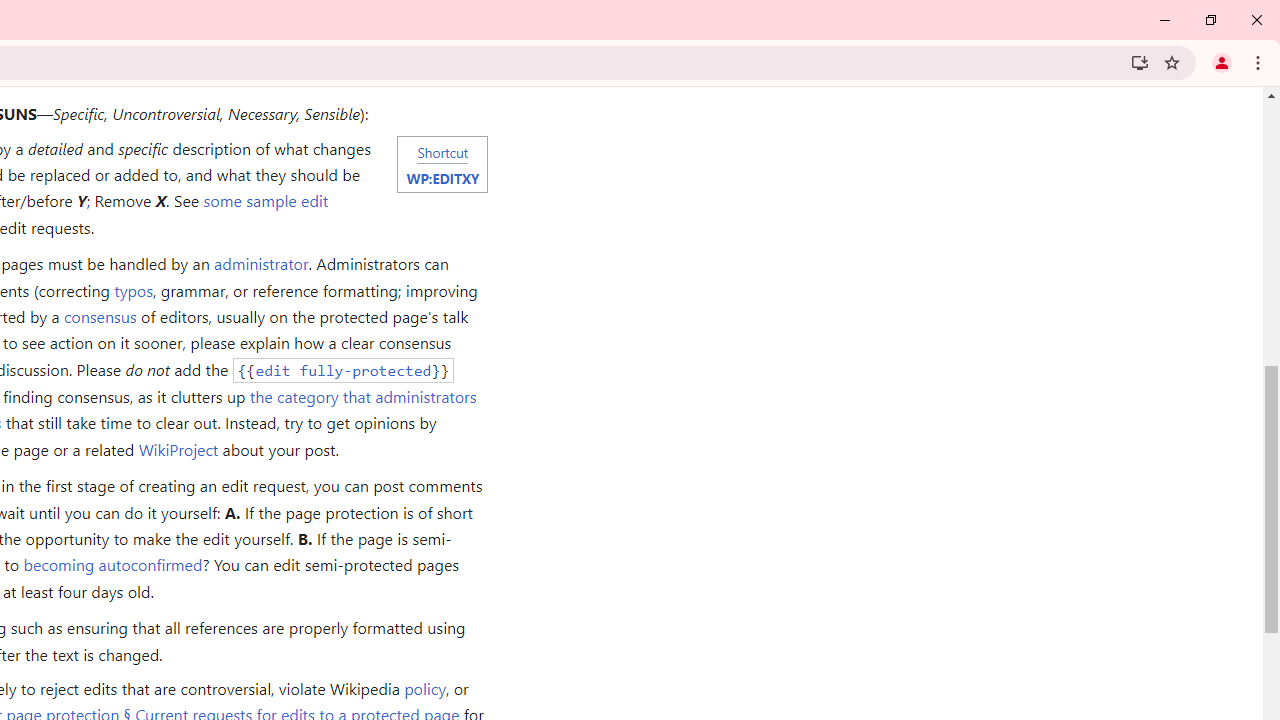  What do you see at coordinates (178, 447) in the screenshot?
I see `'WikiProject'` at bounding box center [178, 447].